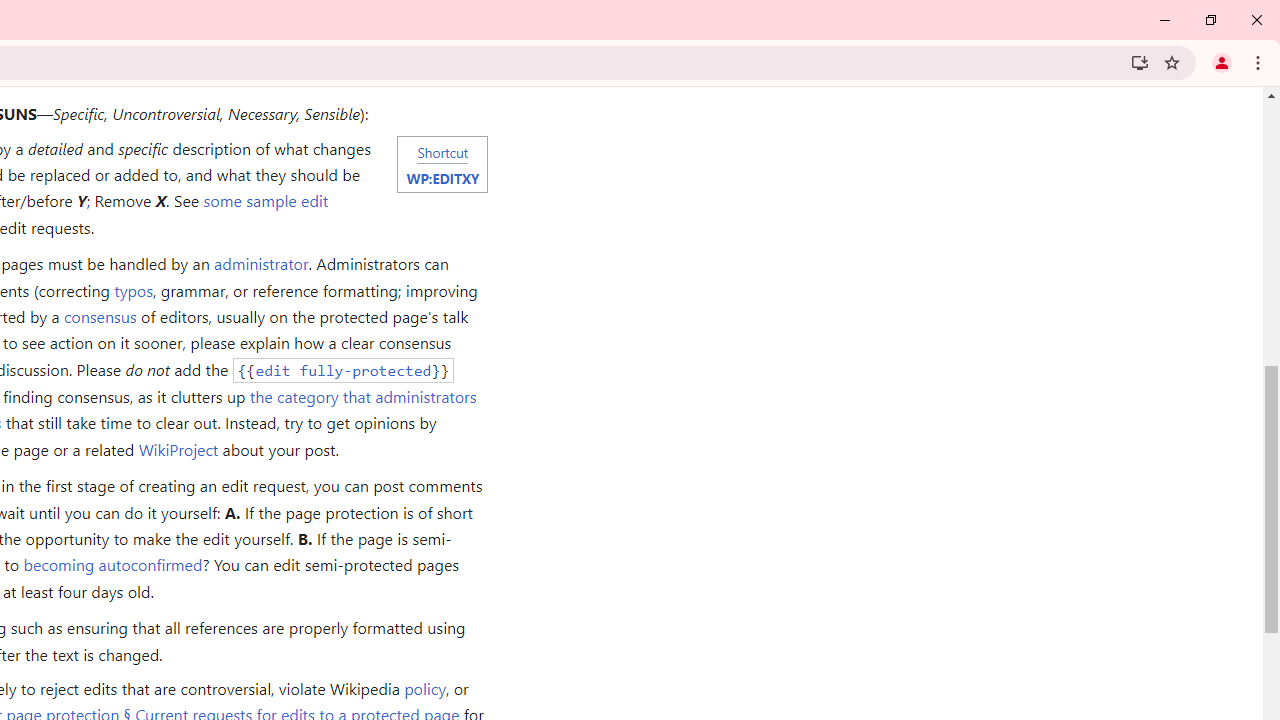  What do you see at coordinates (178, 447) in the screenshot?
I see `'WikiProject'` at bounding box center [178, 447].